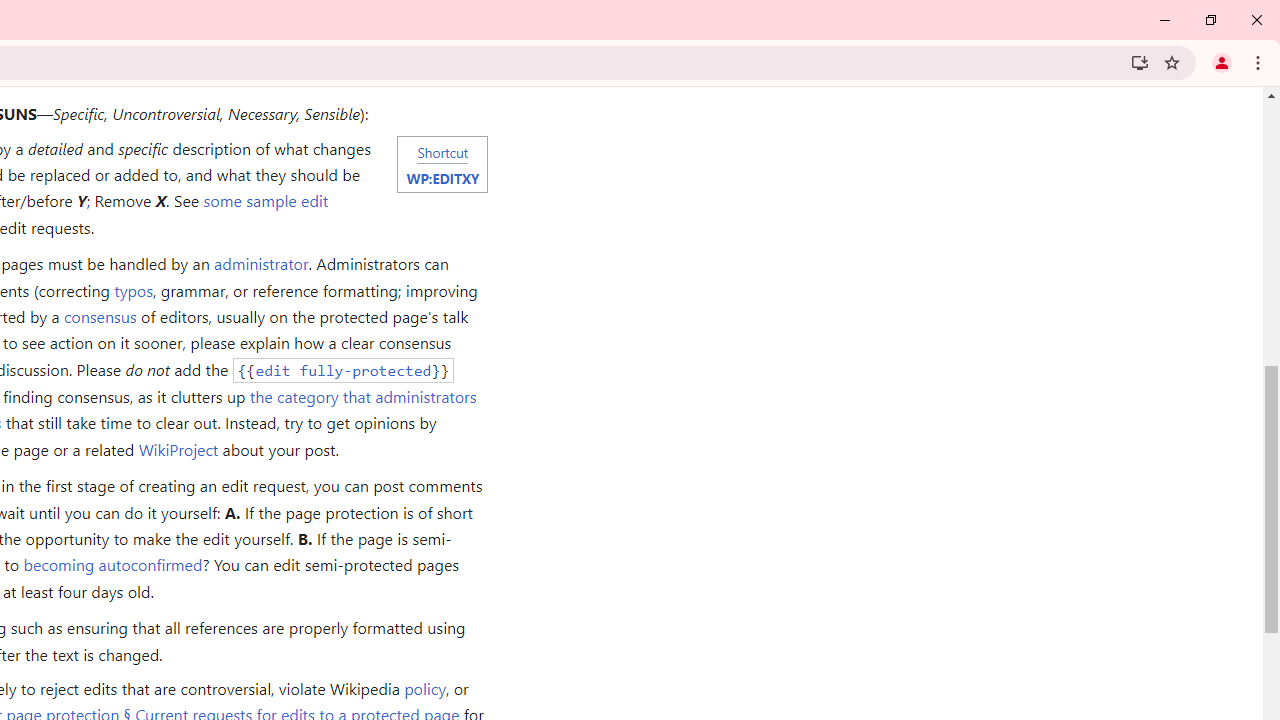  What do you see at coordinates (178, 447) in the screenshot?
I see `'WikiProject'` at bounding box center [178, 447].